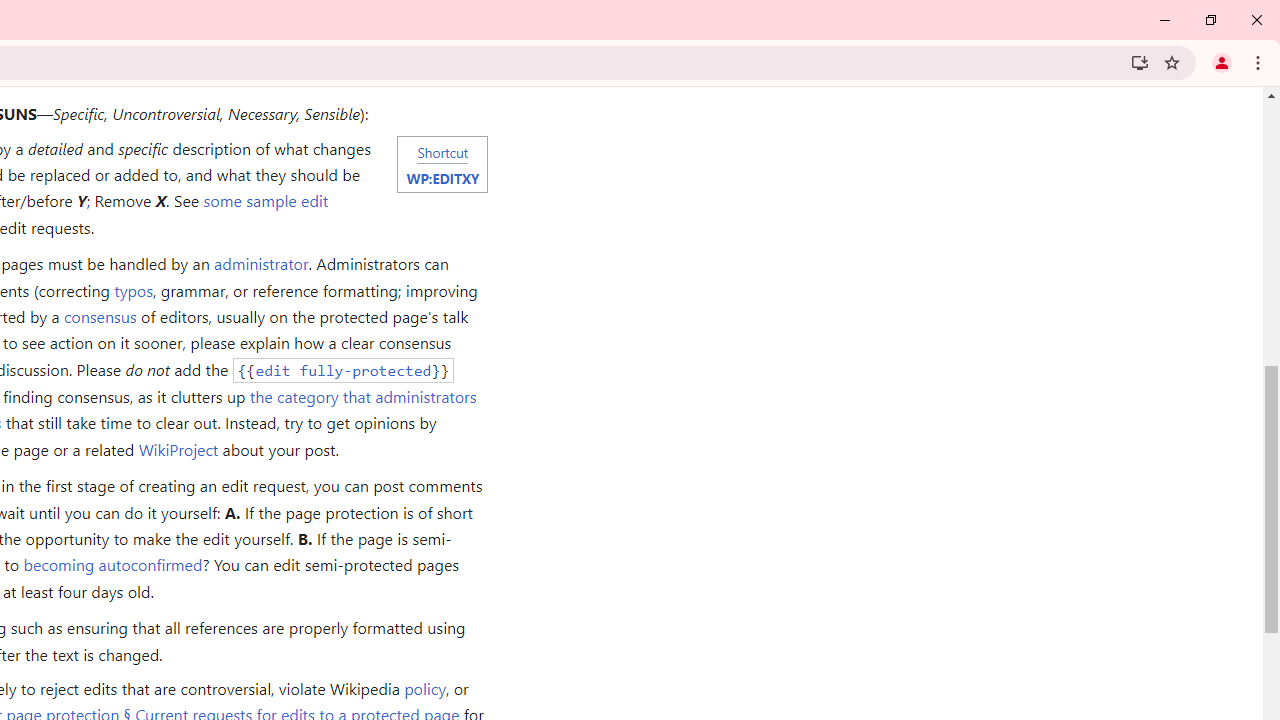  What do you see at coordinates (178, 447) in the screenshot?
I see `'WikiProject'` at bounding box center [178, 447].